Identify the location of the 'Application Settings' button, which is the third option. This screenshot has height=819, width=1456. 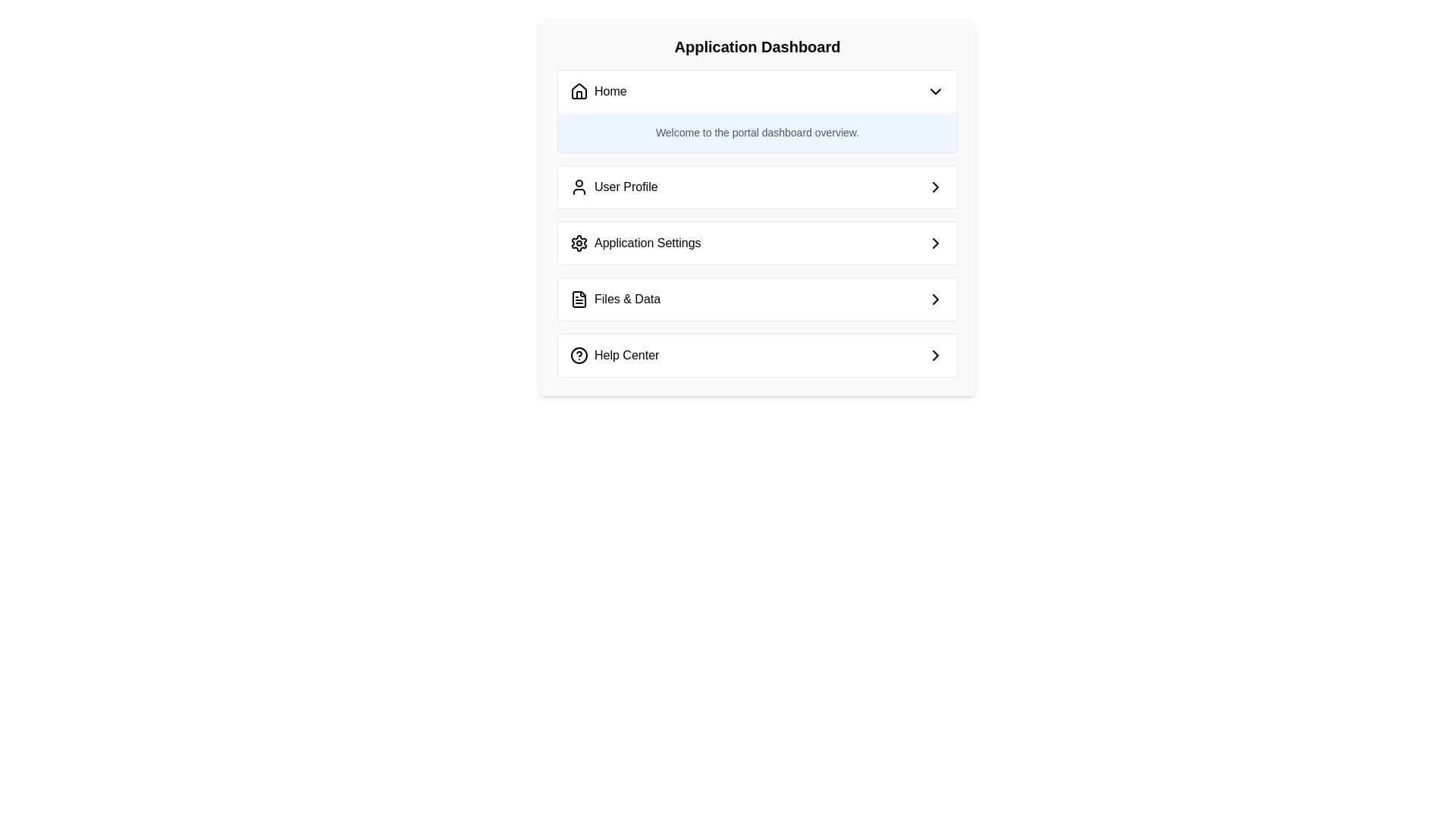
(757, 242).